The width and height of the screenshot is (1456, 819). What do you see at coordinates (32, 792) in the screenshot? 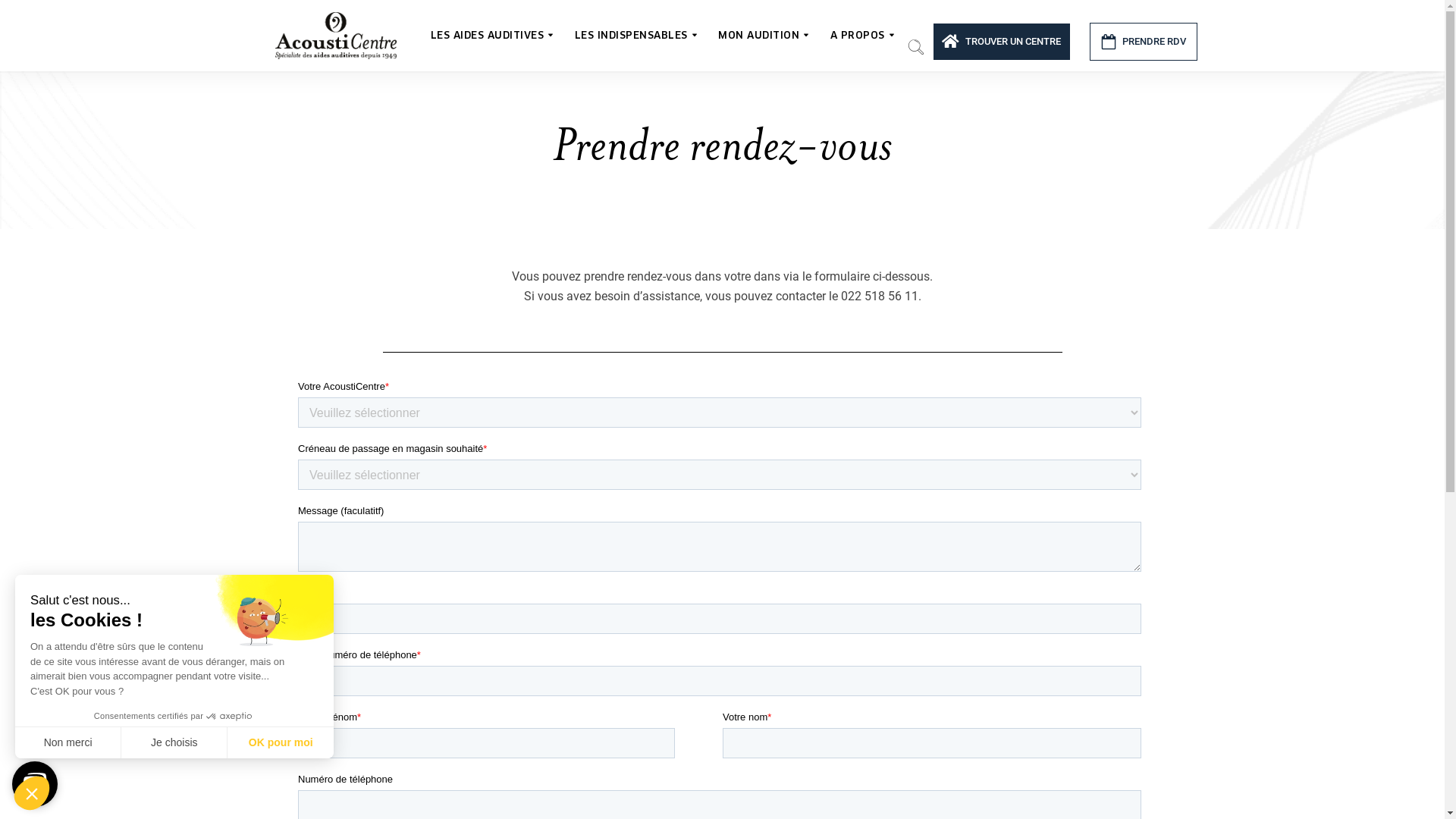
I see `'Fermer le widget sans consentement'` at bounding box center [32, 792].